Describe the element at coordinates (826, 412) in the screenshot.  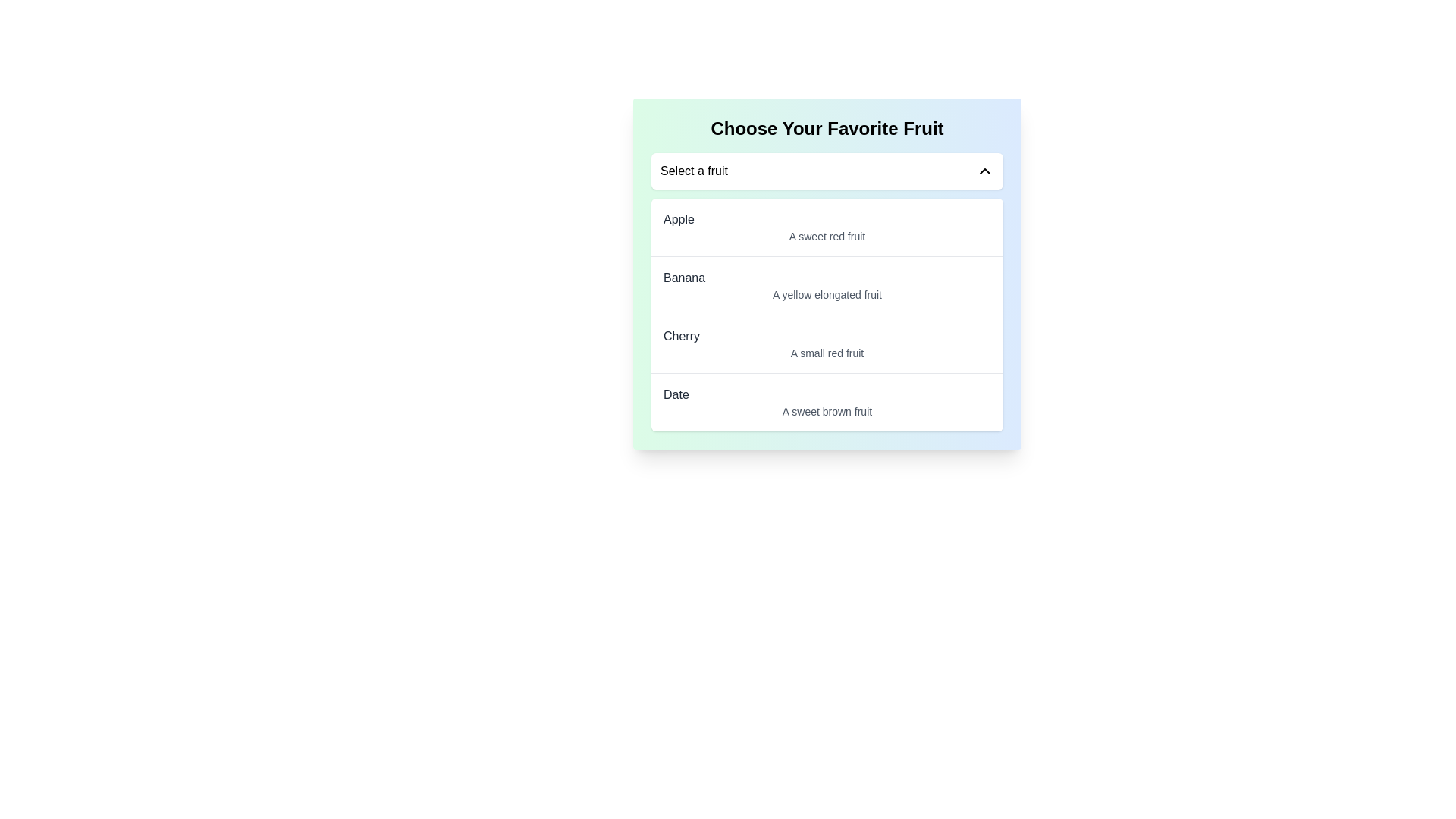
I see `description displayed by the Text label located below the 'Date' option in the dropdown menu for additional contextual information` at that location.